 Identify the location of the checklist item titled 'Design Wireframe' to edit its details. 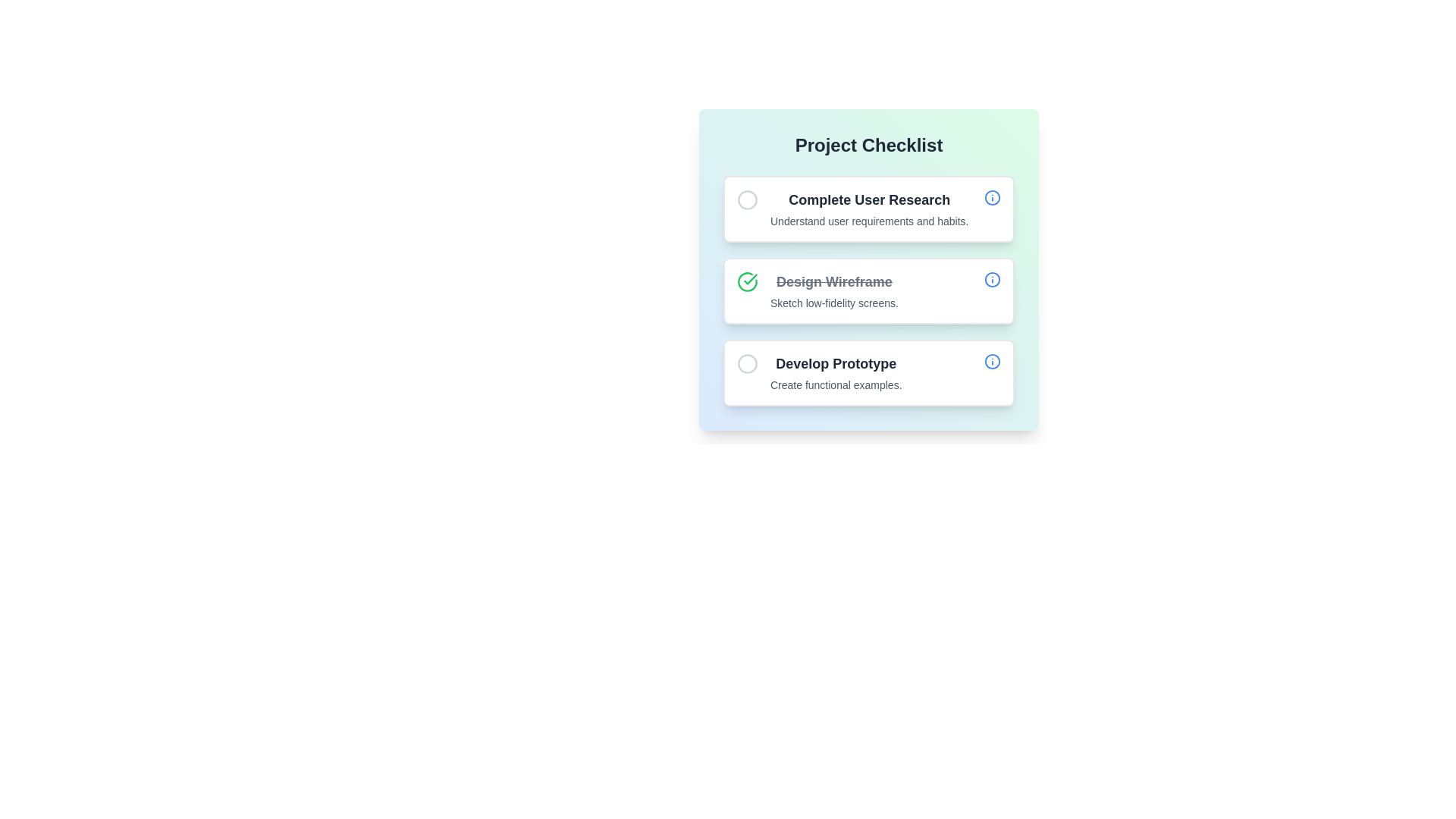
(869, 267).